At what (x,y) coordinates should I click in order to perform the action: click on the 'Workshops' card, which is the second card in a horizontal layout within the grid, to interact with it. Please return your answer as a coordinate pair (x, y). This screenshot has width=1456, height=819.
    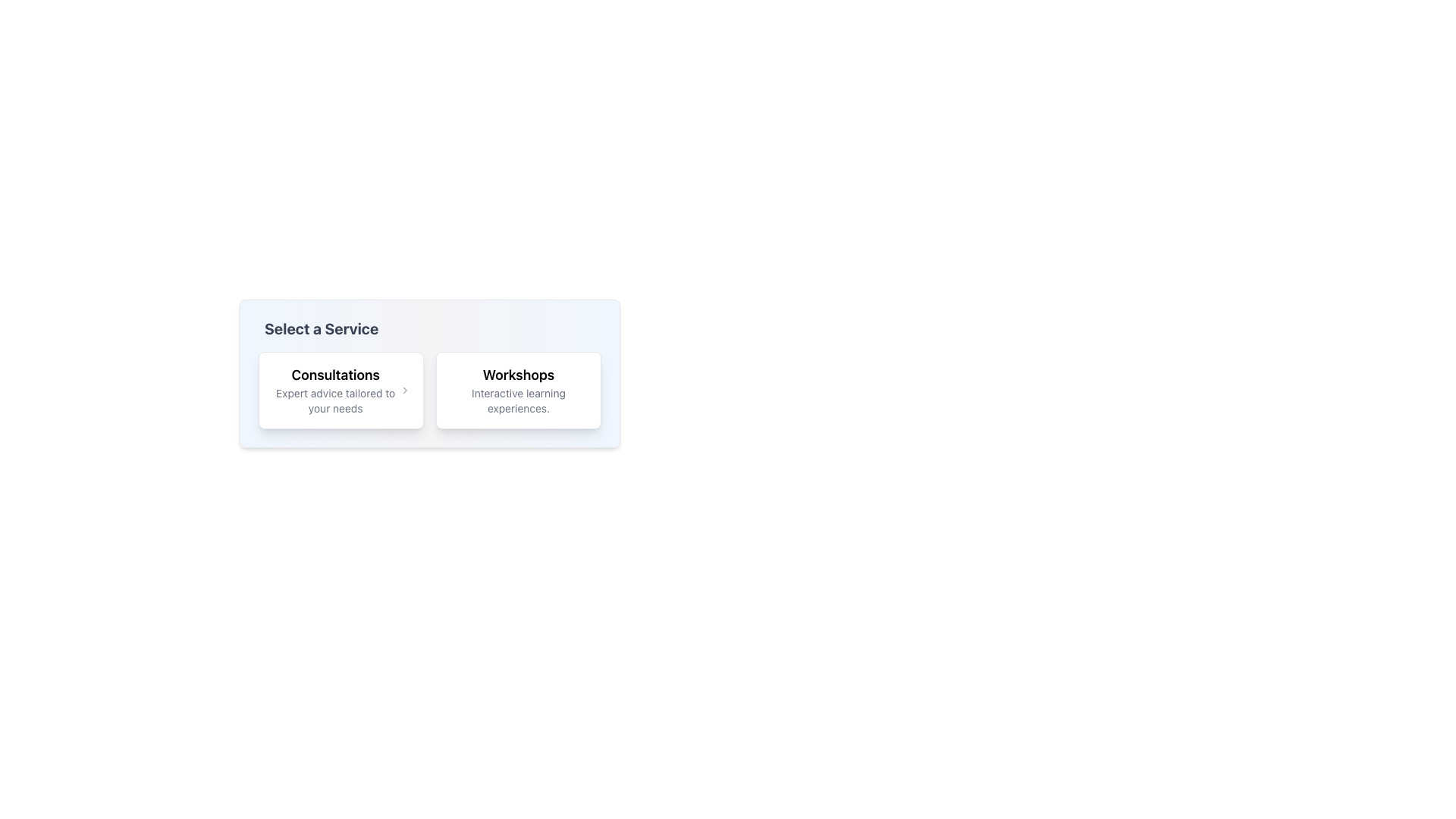
    Looking at the image, I should click on (519, 390).